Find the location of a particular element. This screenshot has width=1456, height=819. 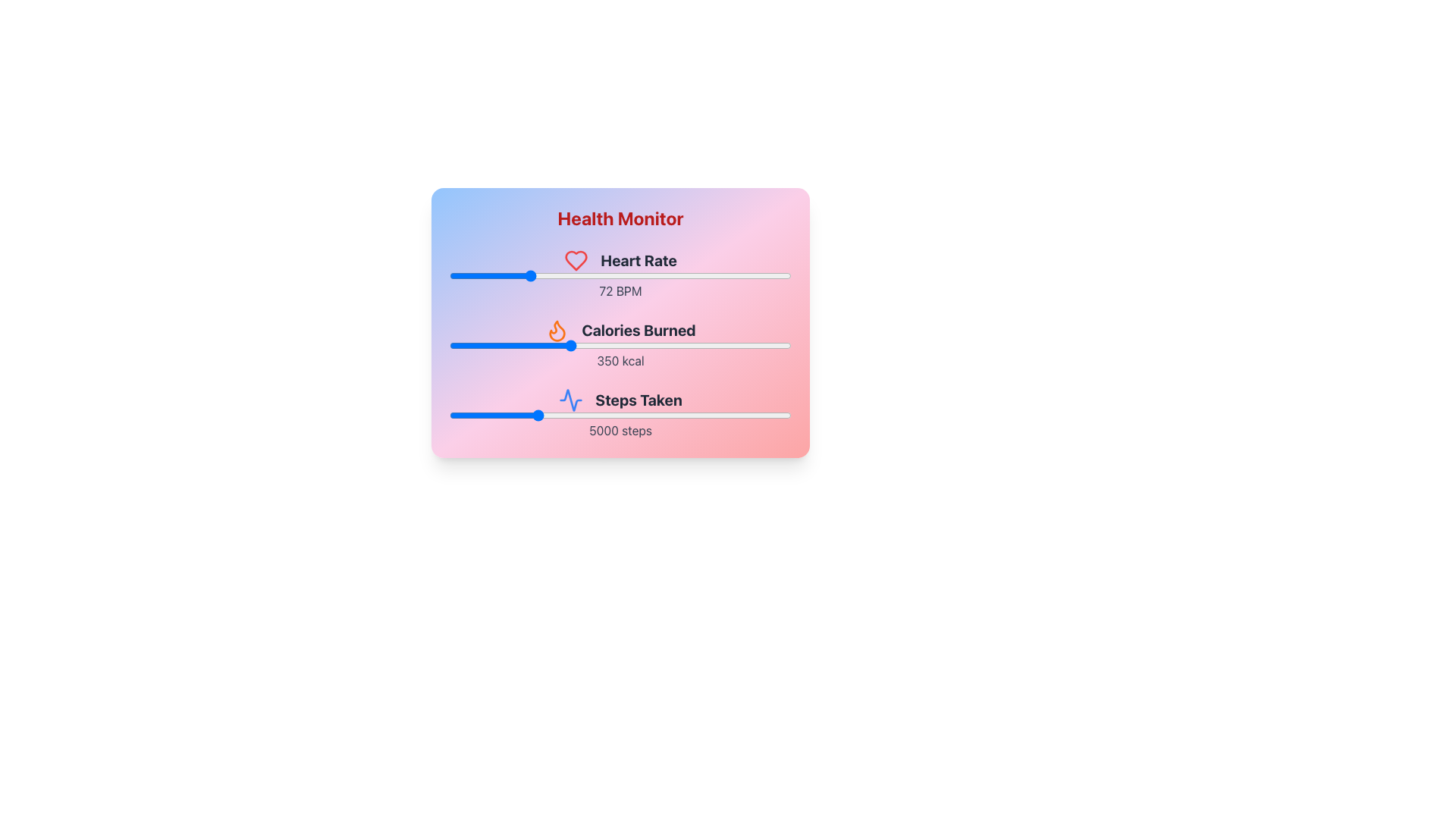

the bold, large text label displaying 'Steps Taken', which is positioned to the right of a sine wave icon and above the subtitle '5000 steps', in the step tracking metrics section is located at coordinates (639, 400).